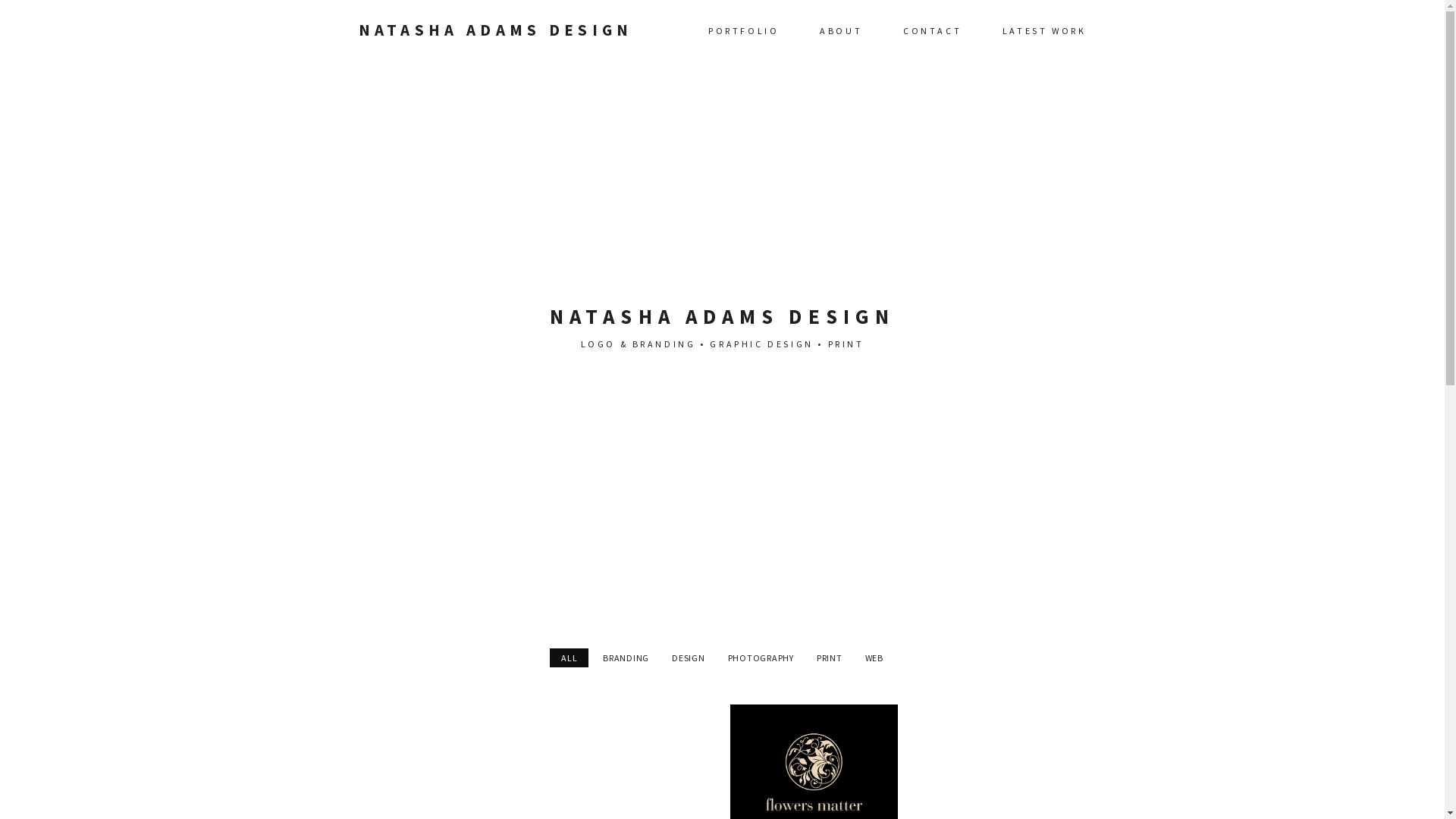 The image size is (1456, 819). I want to click on 'PHOTOGRAPHY', so click(761, 657).